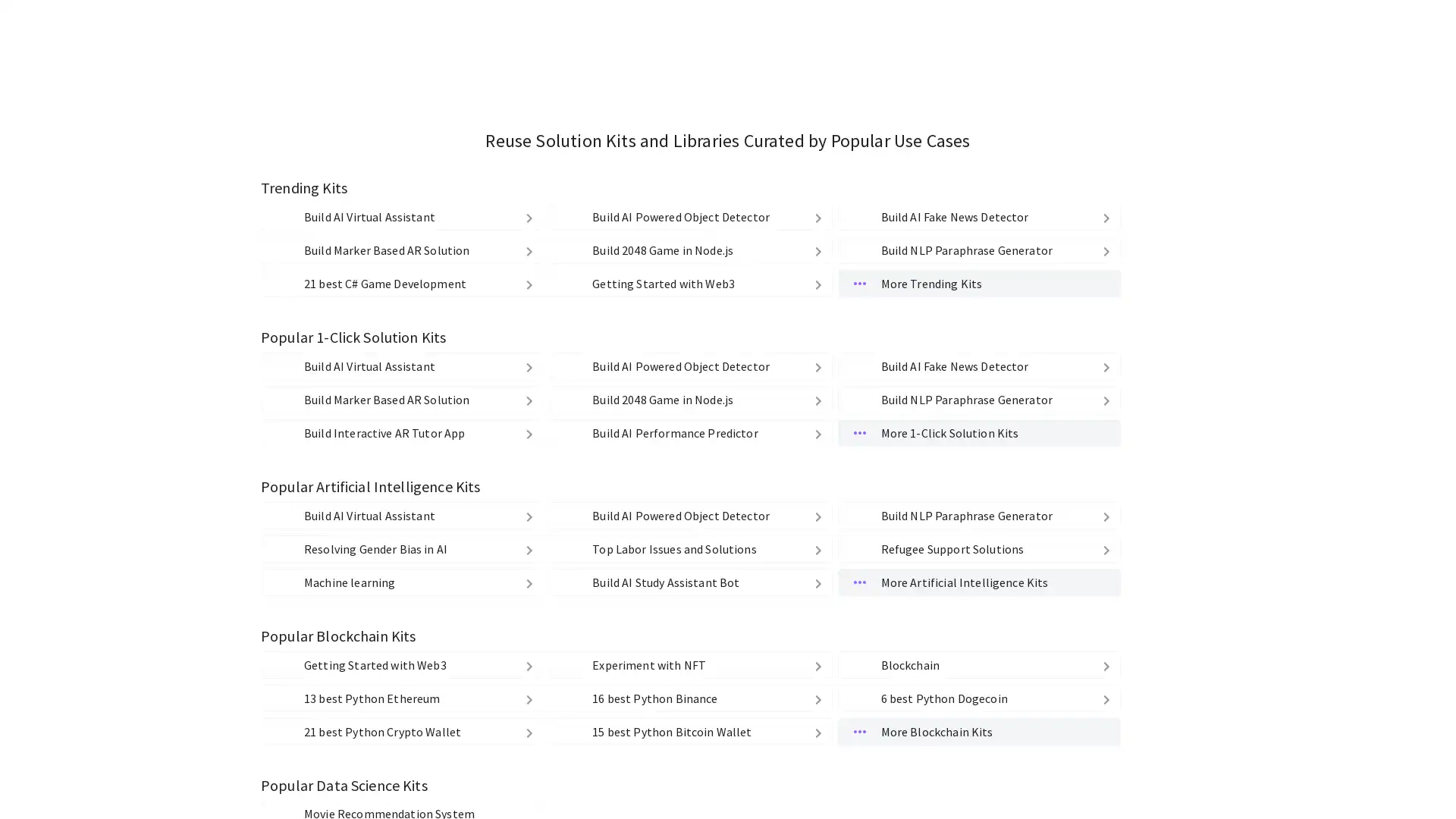 The width and height of the screenshot is (1456, 819). I want to click on getting-started-with-web3 Getting Started with Web3, so click(689, 663).